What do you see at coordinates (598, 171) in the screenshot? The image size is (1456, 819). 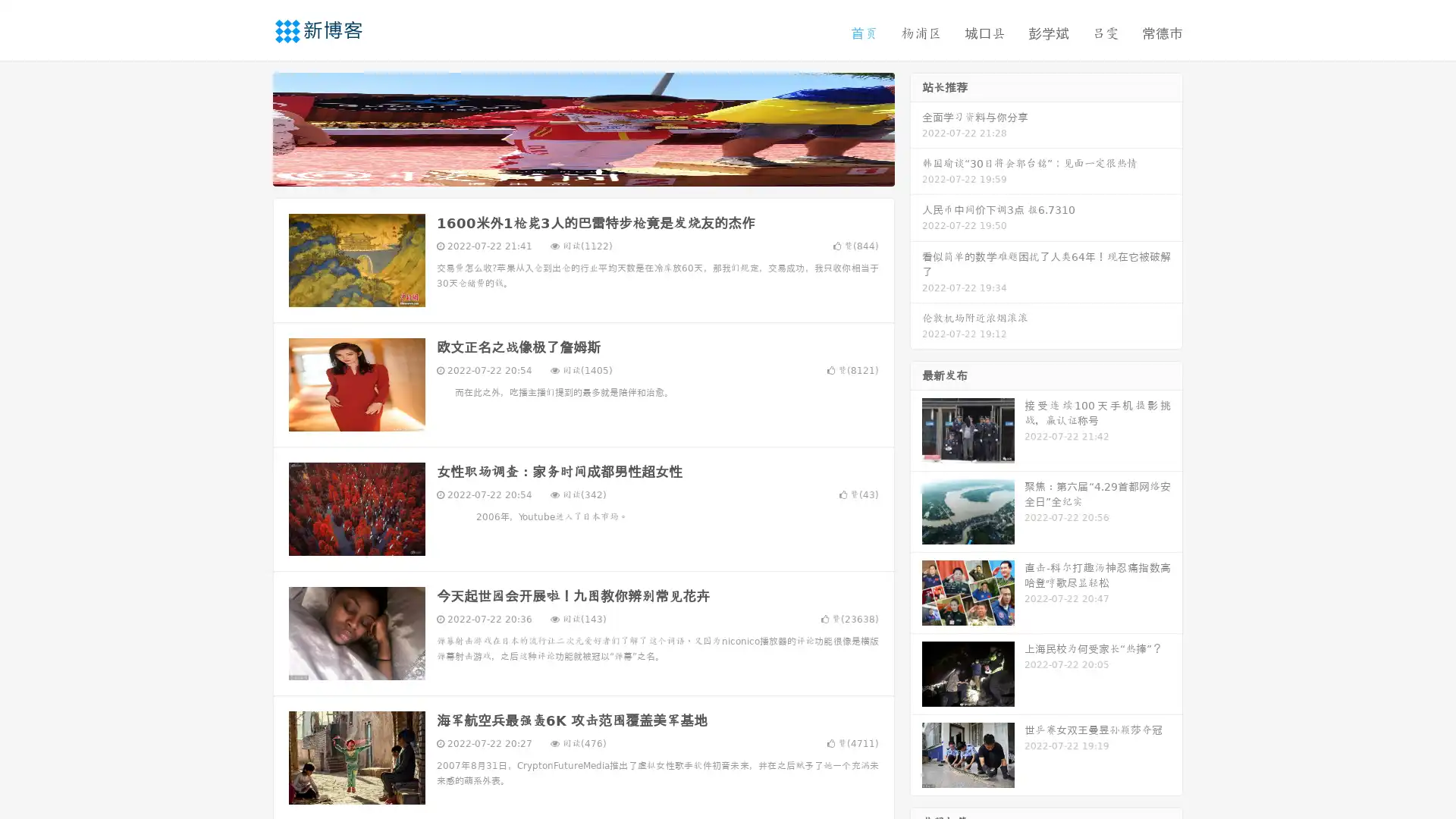 I see `Go to slide 3` at bounding box center [598, 171].